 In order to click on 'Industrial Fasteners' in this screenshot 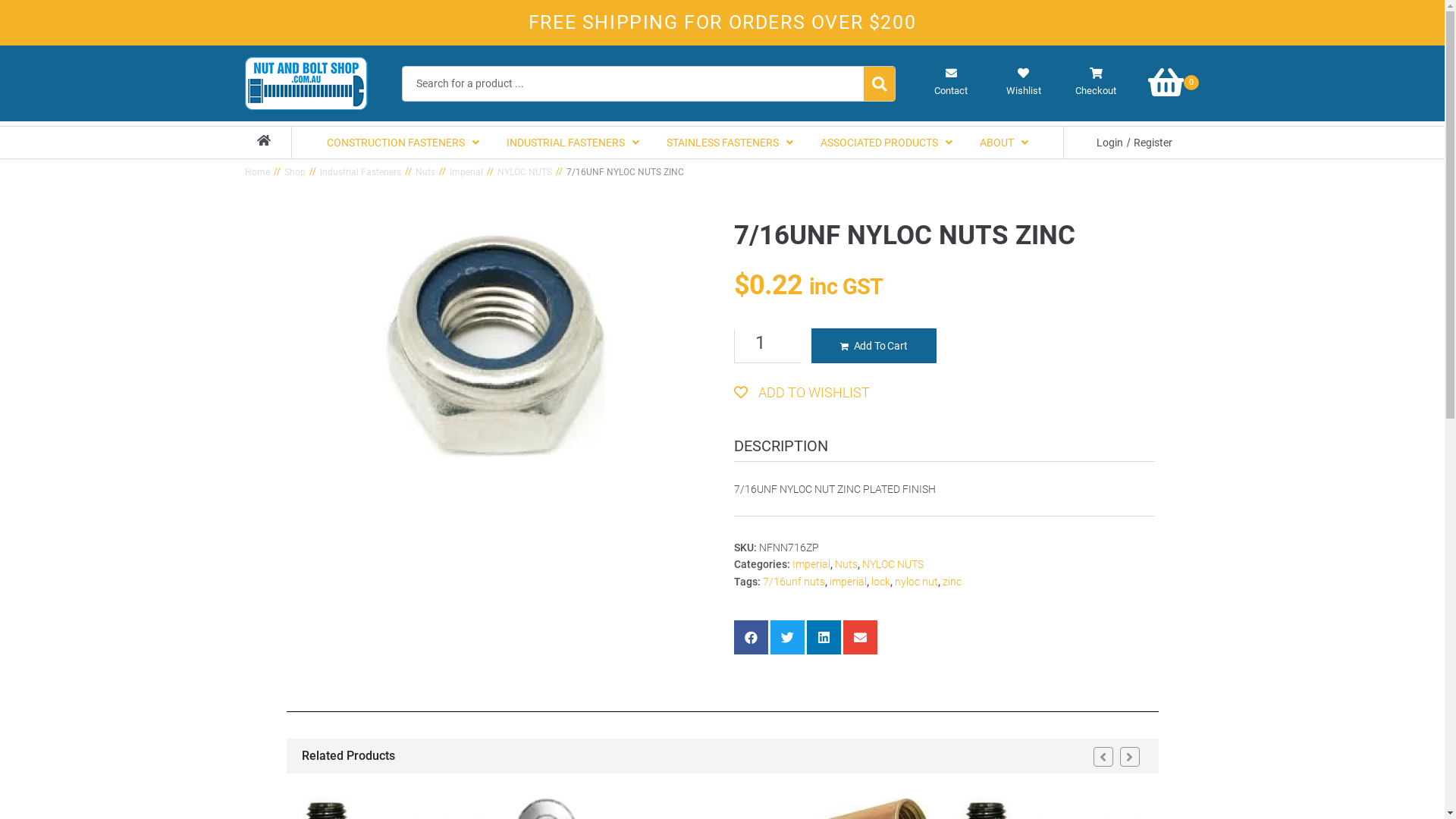, I will do `click(319, 171)`.